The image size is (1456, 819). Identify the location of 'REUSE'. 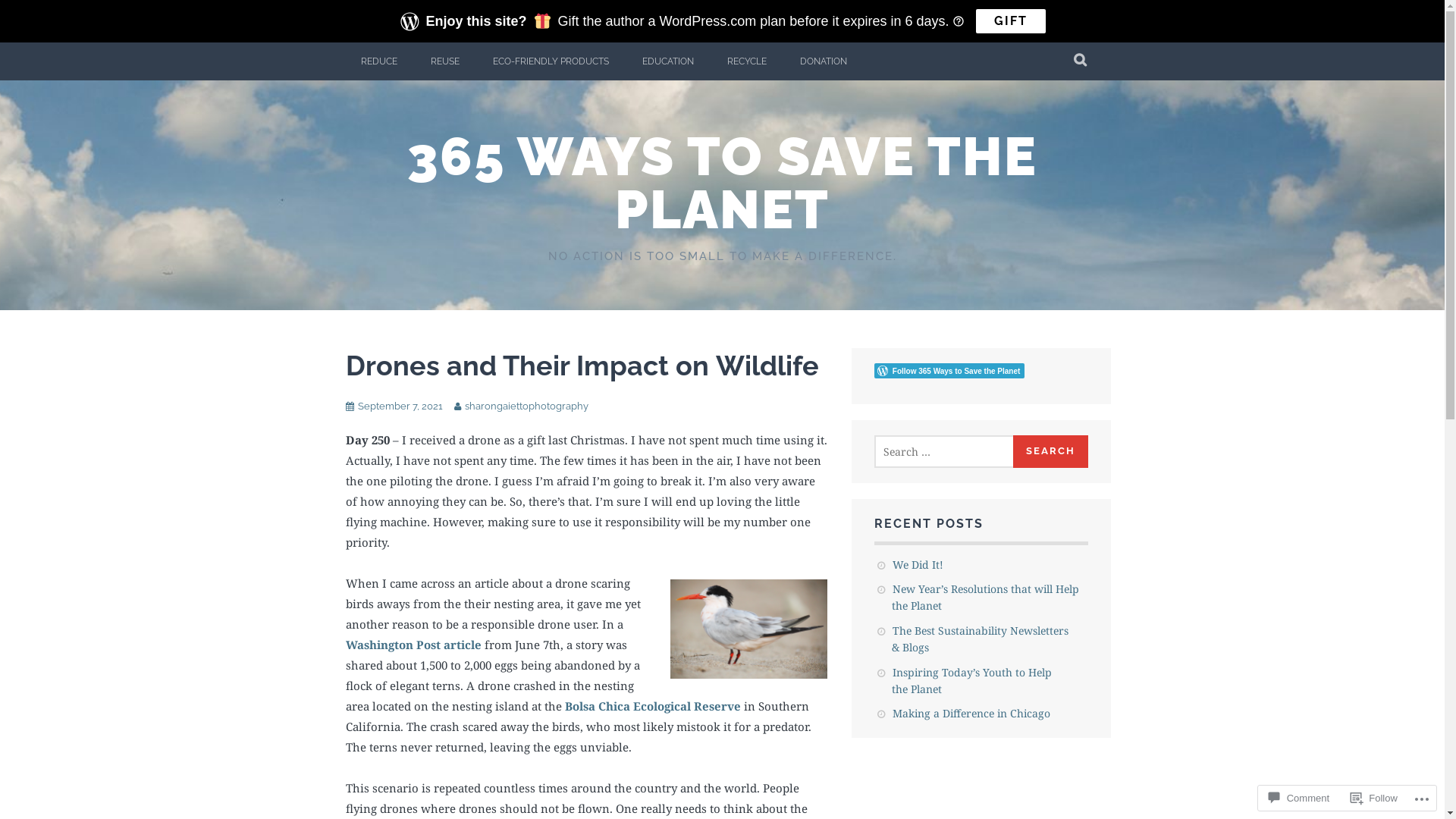
(415, 61).